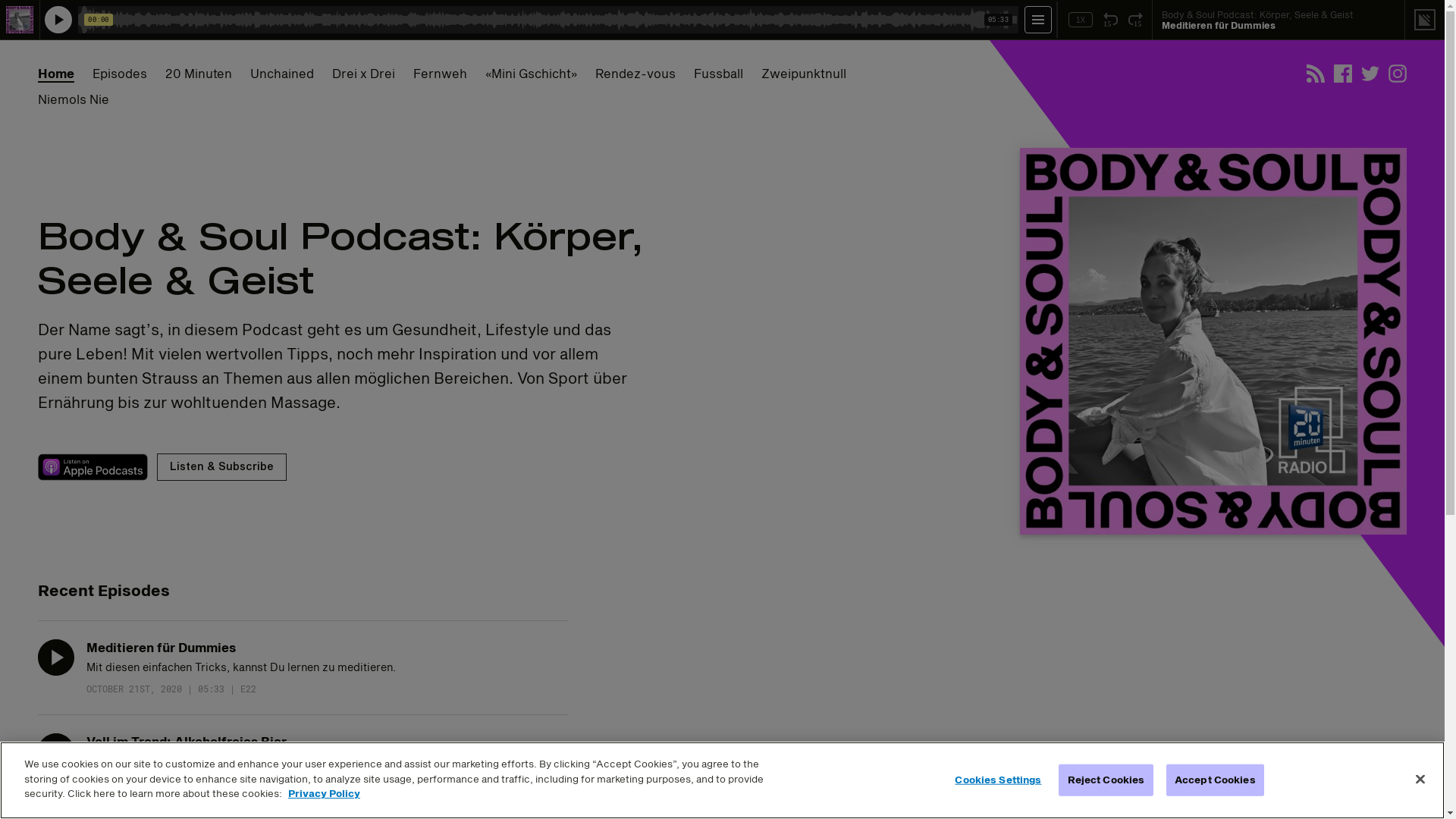  I want to click on '1X', so click(1080, 20).